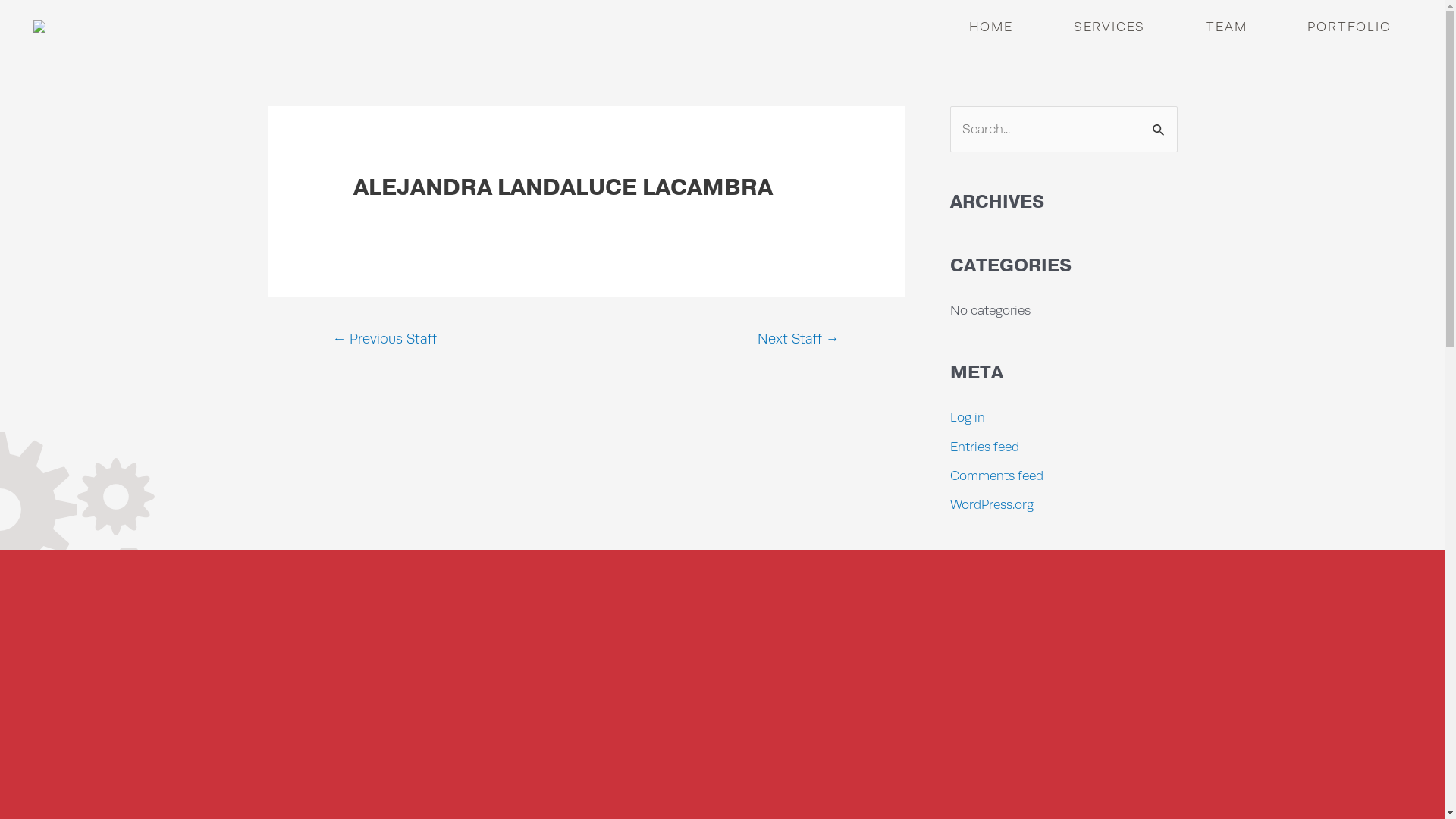 The height and width of the screenshot is (819, 1456). I want to click on 'PORTFOLIO', so click(1291, 27).